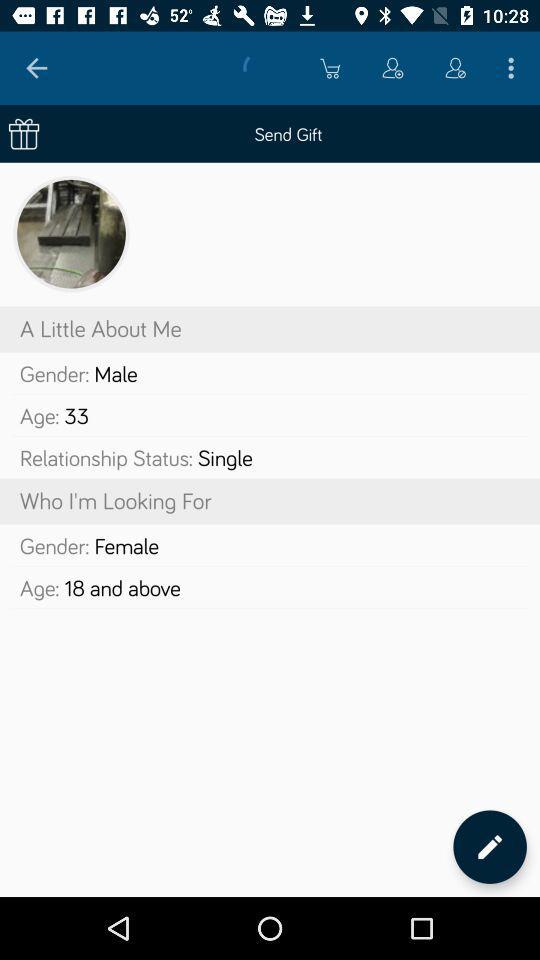 Image resolution: width=540 pixels, height=960 pixels. Describe the element at coordinates (270, 132) in the screenshot. I see `the send gift item` at that location.